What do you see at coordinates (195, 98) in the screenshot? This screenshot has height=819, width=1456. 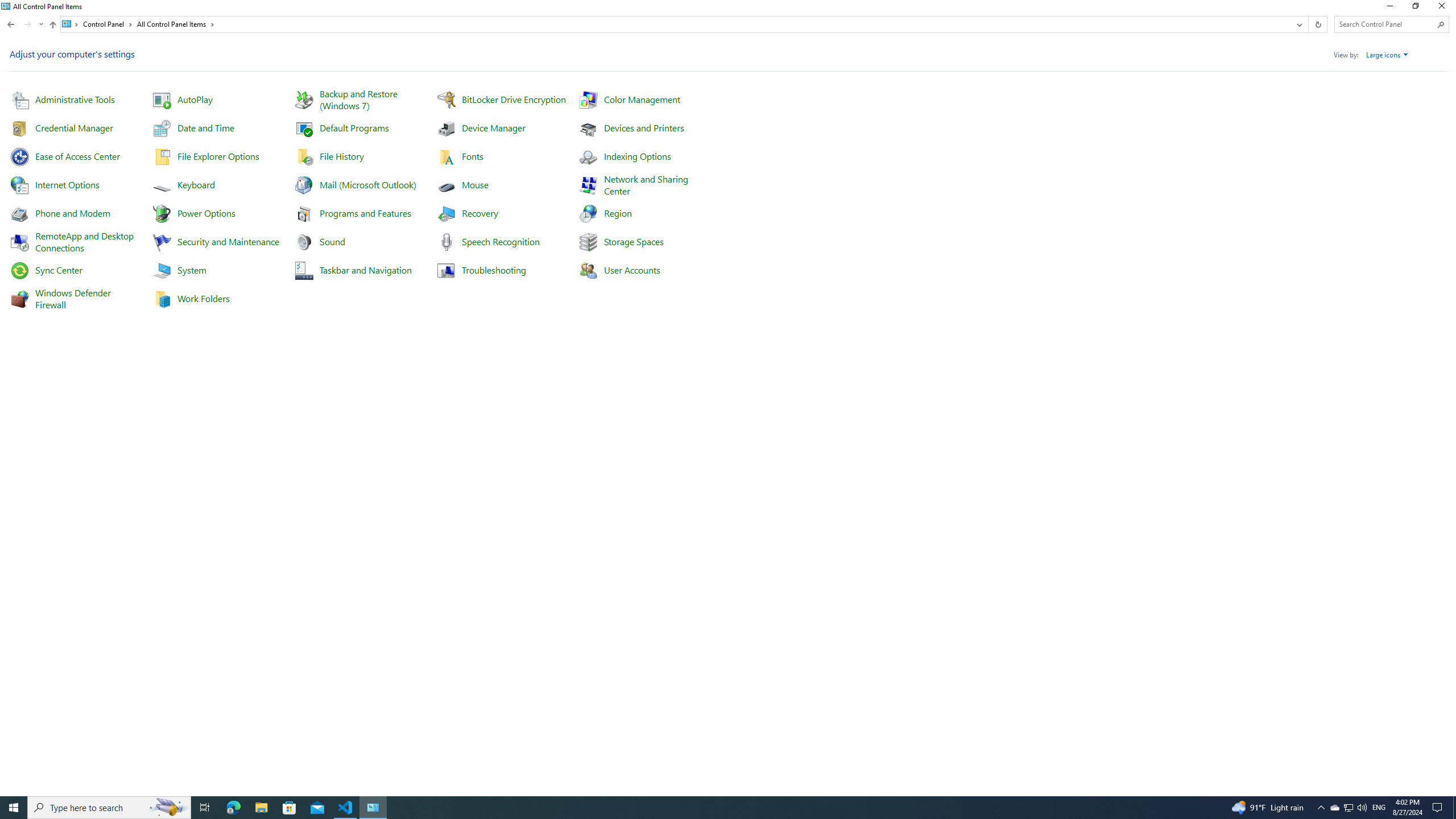 I see `'AutoPlay'` at bounding box center [195, 98].